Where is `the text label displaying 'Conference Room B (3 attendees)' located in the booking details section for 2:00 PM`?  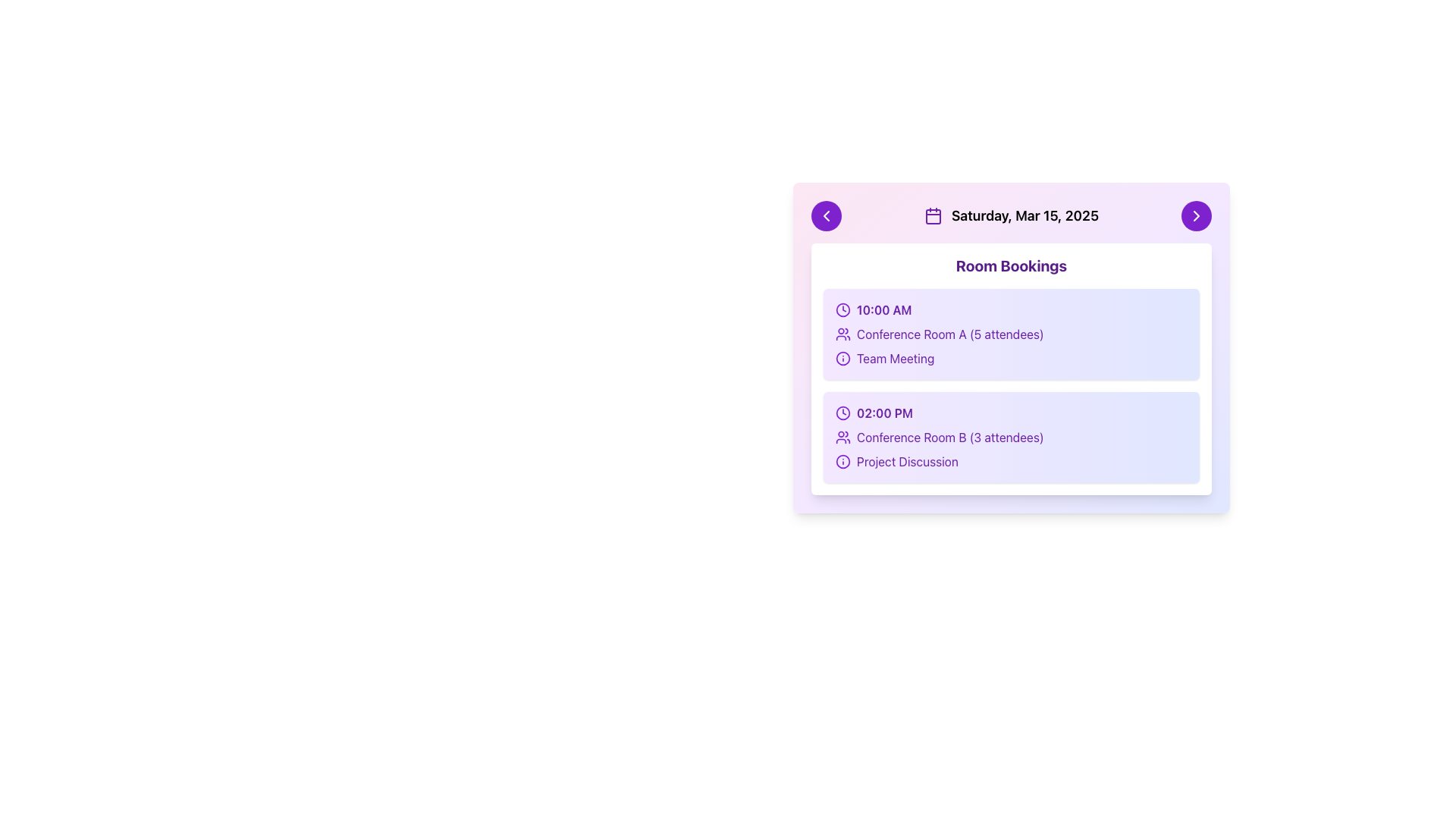
the text label displaying 'Conference Room B (3 attendees)' located in the booking details section for 2:00 PM is located at coordinates (949, 438).